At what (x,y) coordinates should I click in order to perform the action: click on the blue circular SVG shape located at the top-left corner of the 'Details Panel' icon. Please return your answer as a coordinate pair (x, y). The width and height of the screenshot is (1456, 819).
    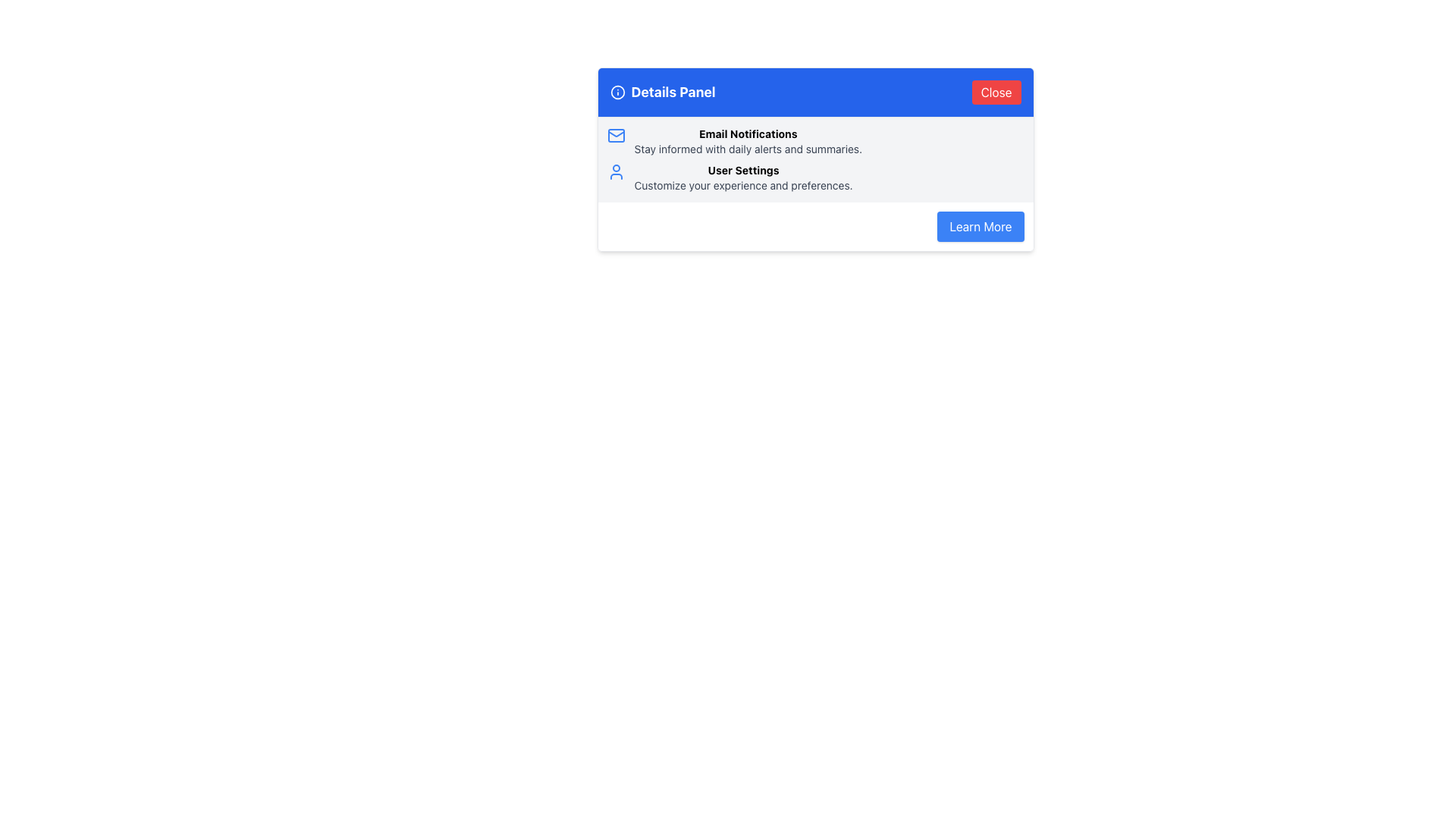
    Looking at the image, I should click on (617, 93).